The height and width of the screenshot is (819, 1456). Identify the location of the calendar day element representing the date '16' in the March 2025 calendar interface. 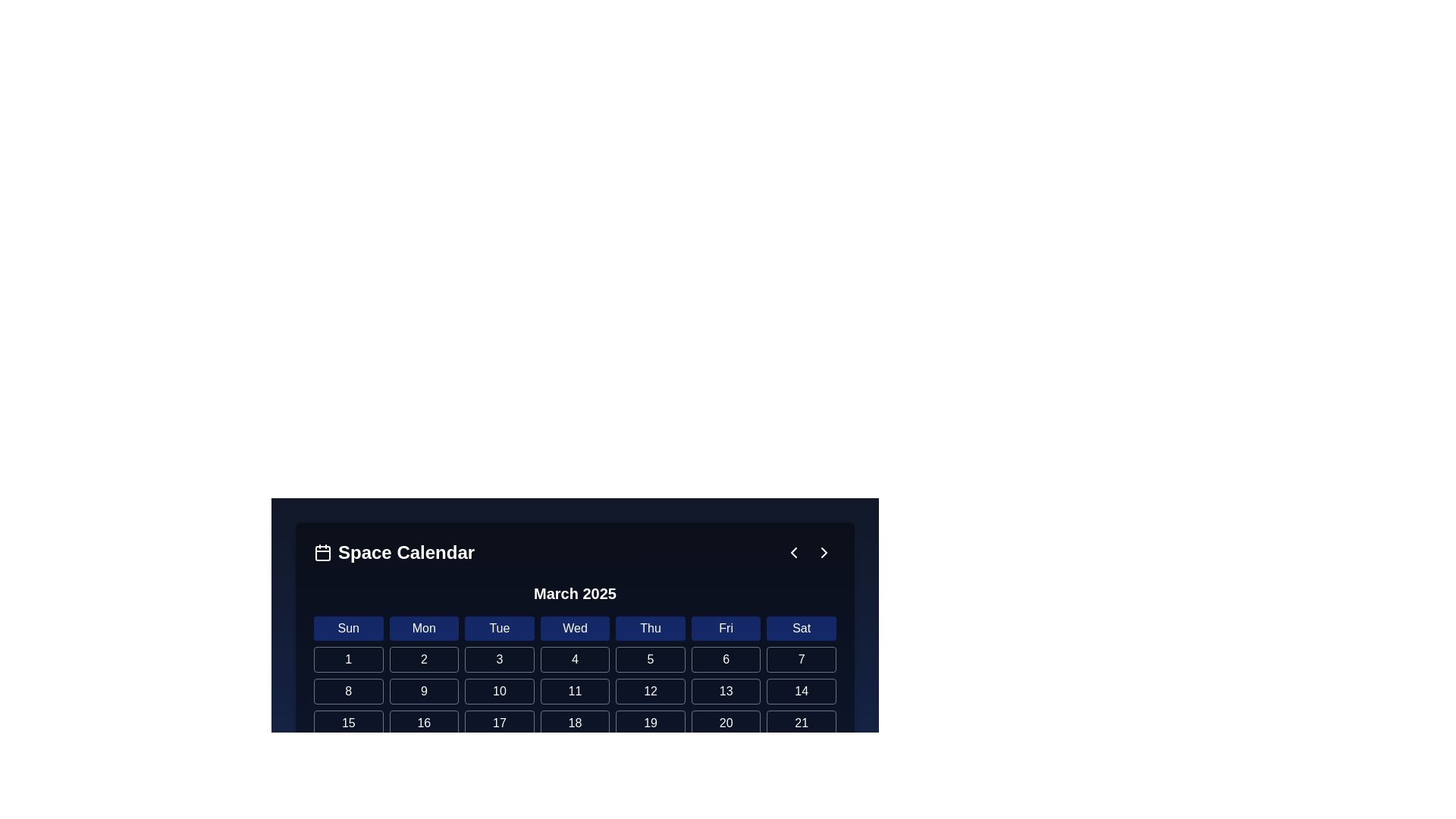
(424, 722).